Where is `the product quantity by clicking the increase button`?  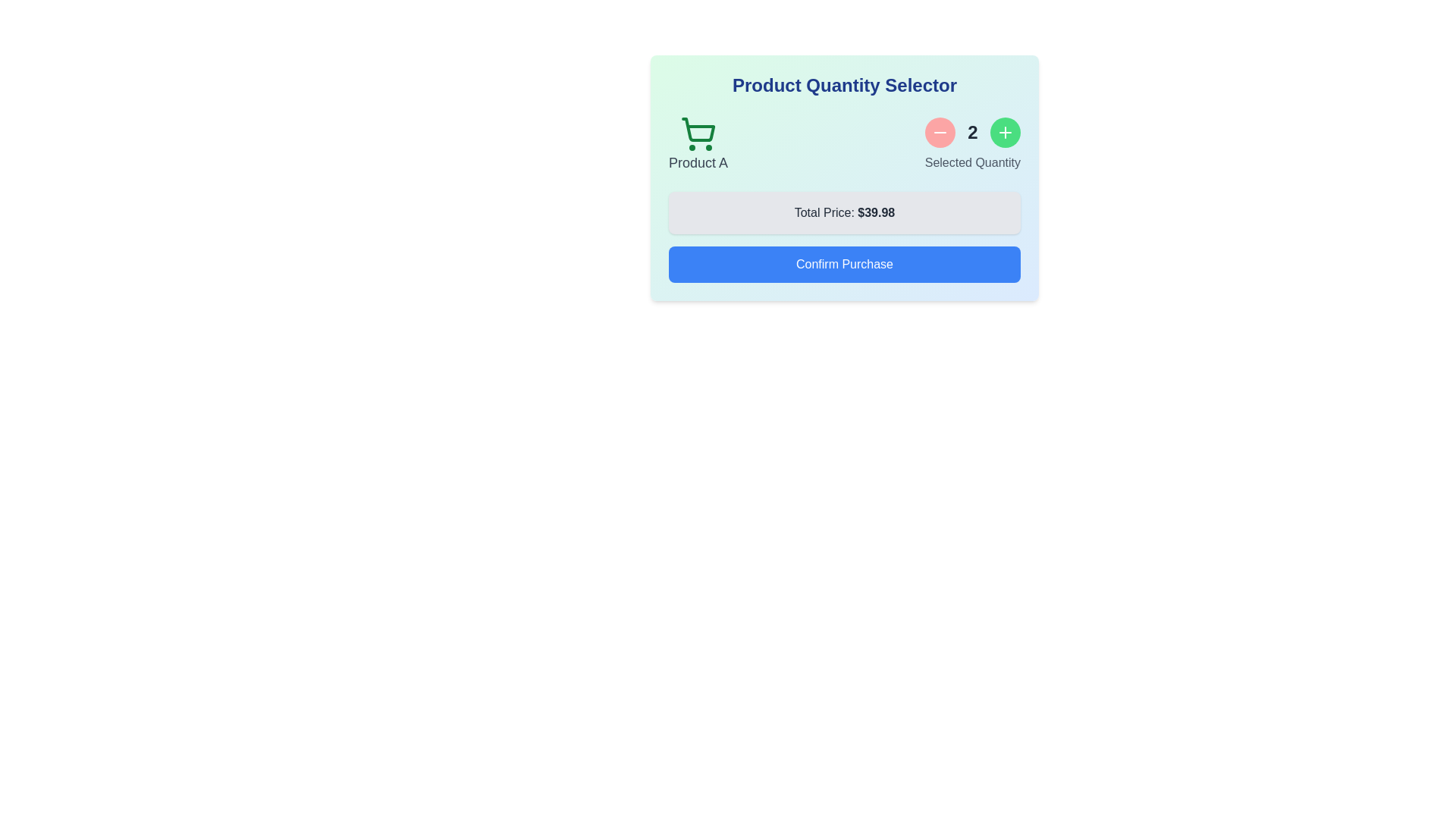
the product quantity by clicking the increase button is located at coordinates (1005, 131).